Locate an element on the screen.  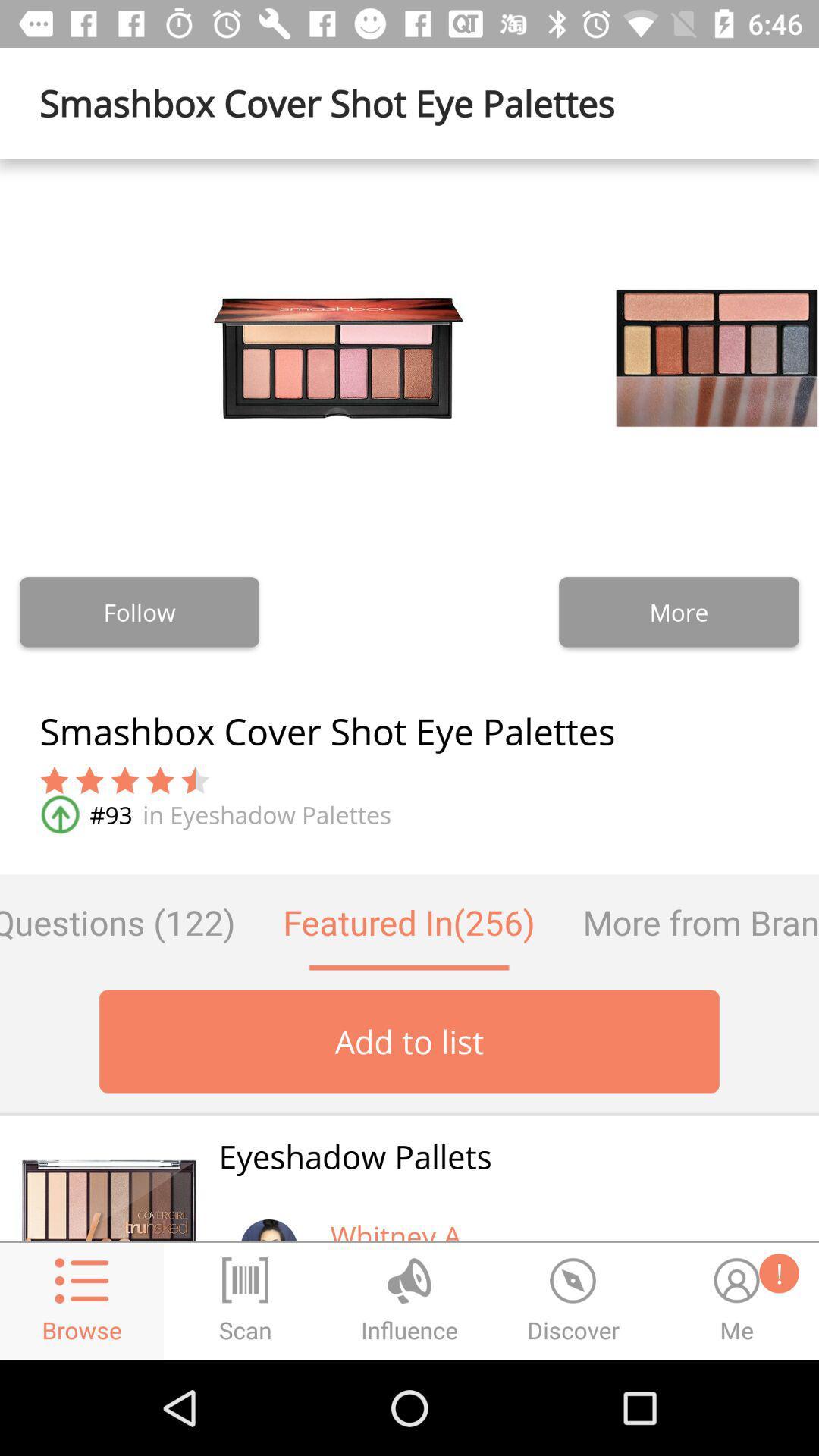
the time icon is located at coordinates (573, 1301).